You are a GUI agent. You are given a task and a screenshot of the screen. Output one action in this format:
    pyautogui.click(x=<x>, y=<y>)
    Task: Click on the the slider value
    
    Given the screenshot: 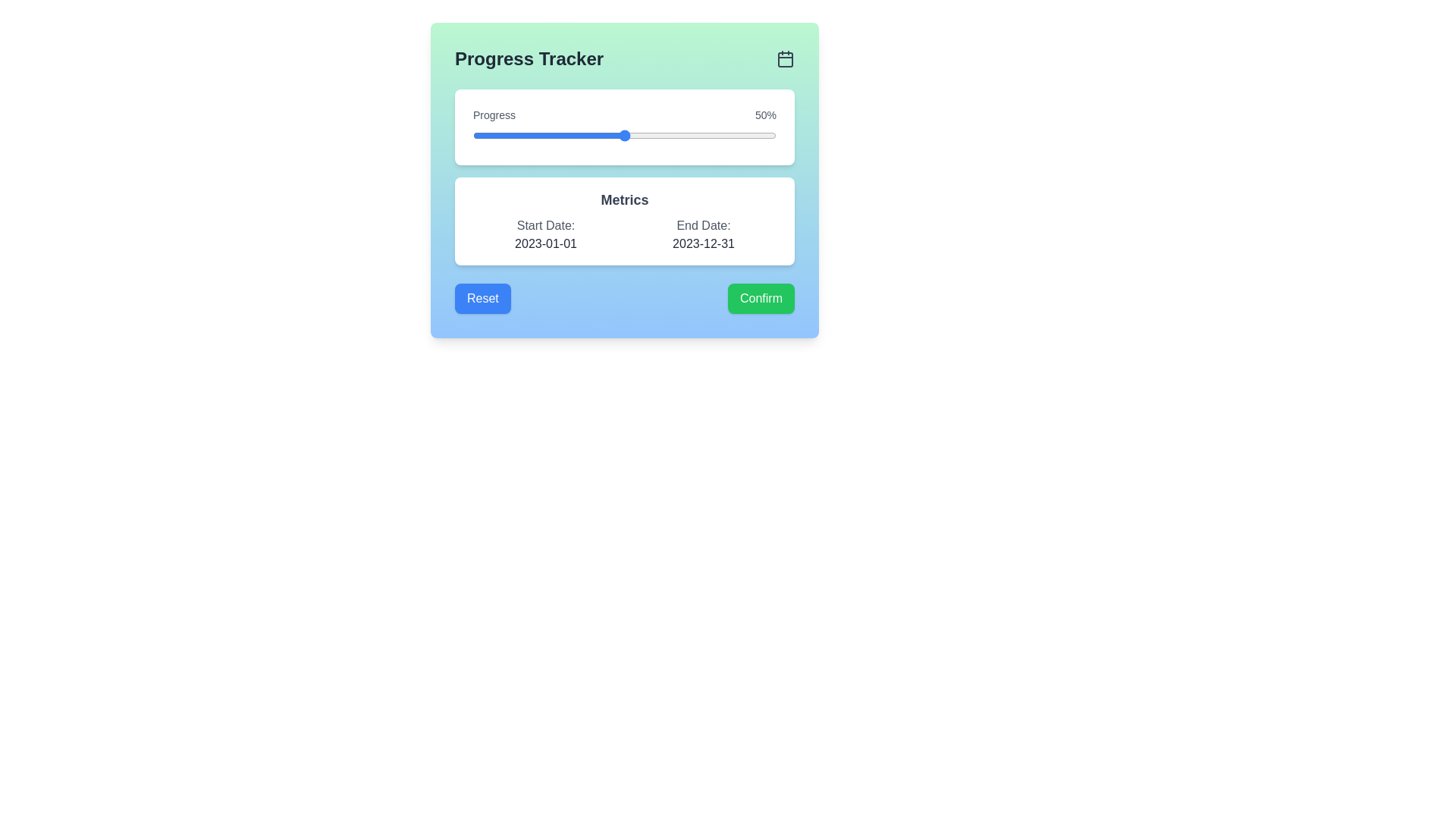 What is the action you would take?
    pyautogui.click(x=607, y=134)
    